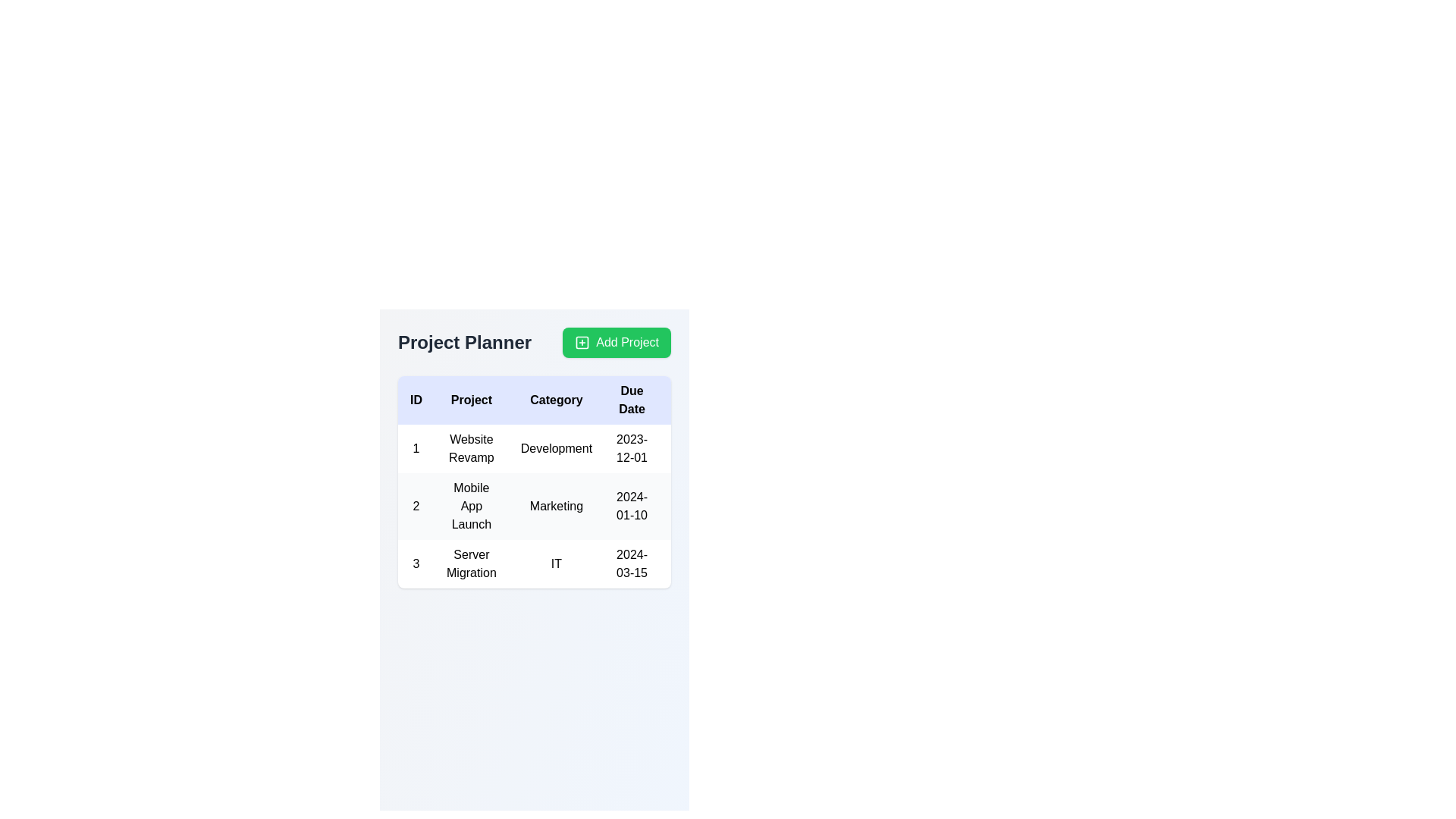  What do you see at coordinates (556, 506) in the screenshot?
I see `the Text Display Field that displays the category 'Marketing' in the third column of the second row of the table` at bounding box center [556, 506].